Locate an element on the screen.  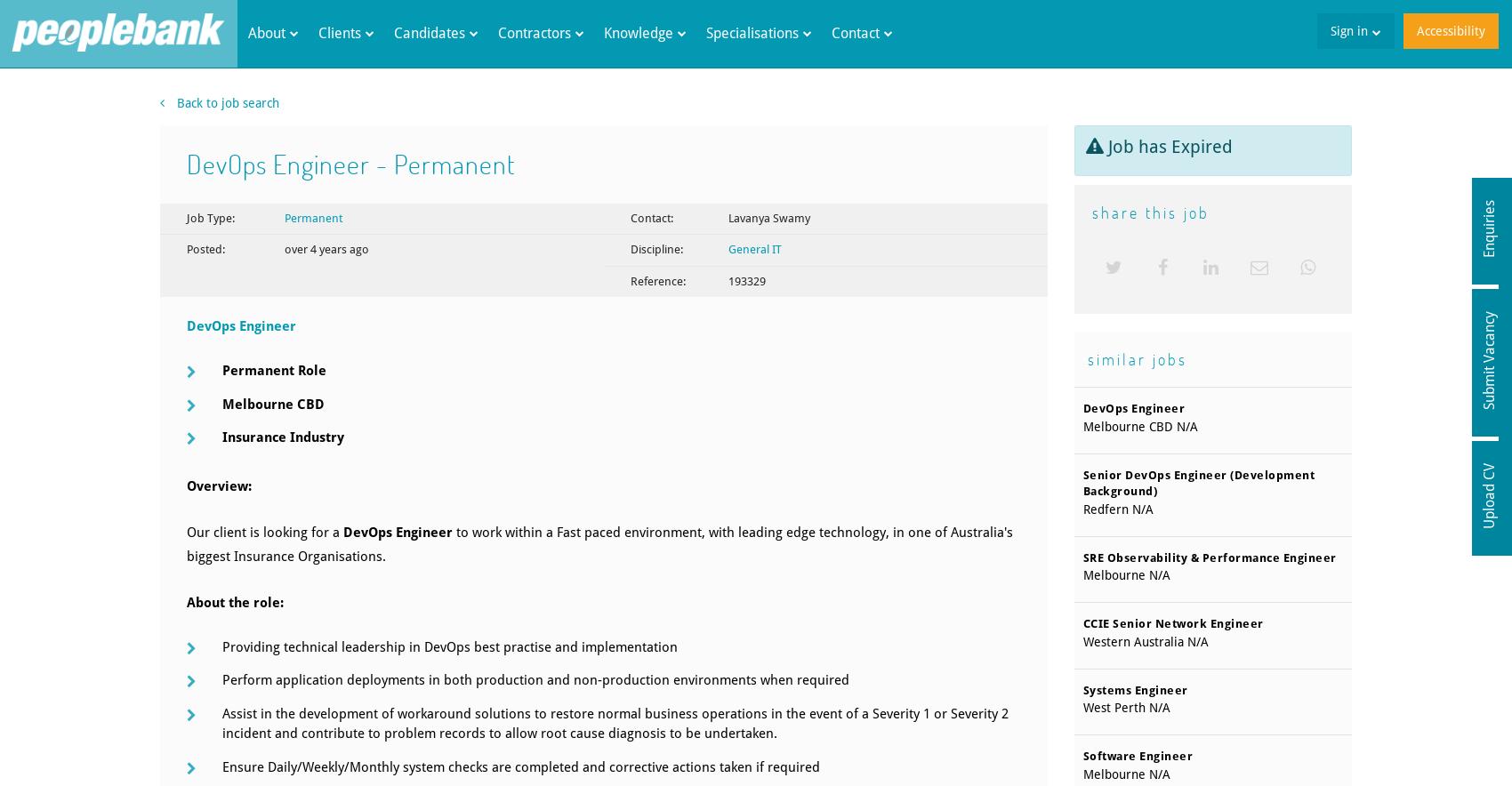
'Accessibility' is located at coordinates (1450, 31).